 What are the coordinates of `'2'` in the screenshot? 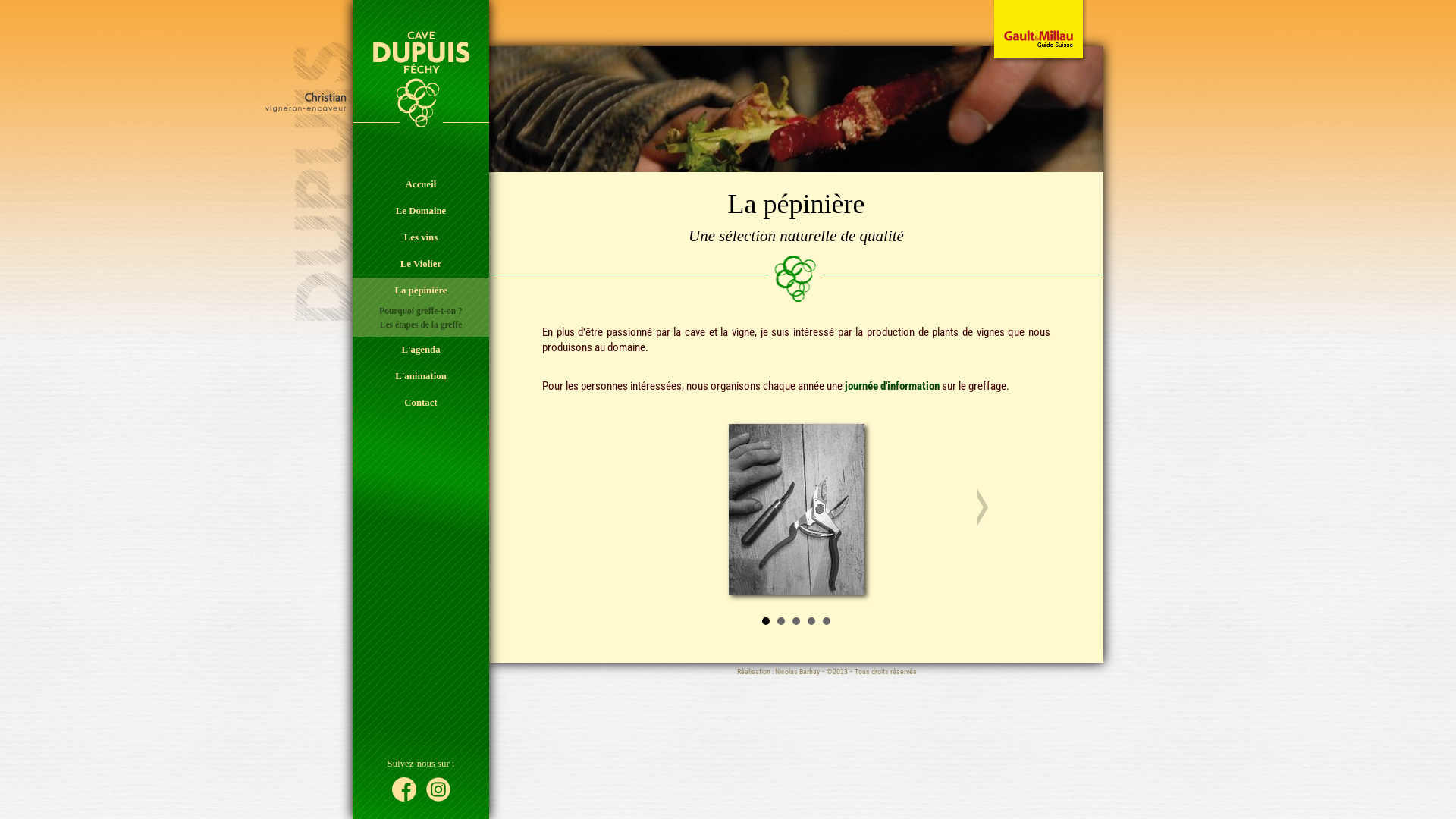 It's located at (781, 620).